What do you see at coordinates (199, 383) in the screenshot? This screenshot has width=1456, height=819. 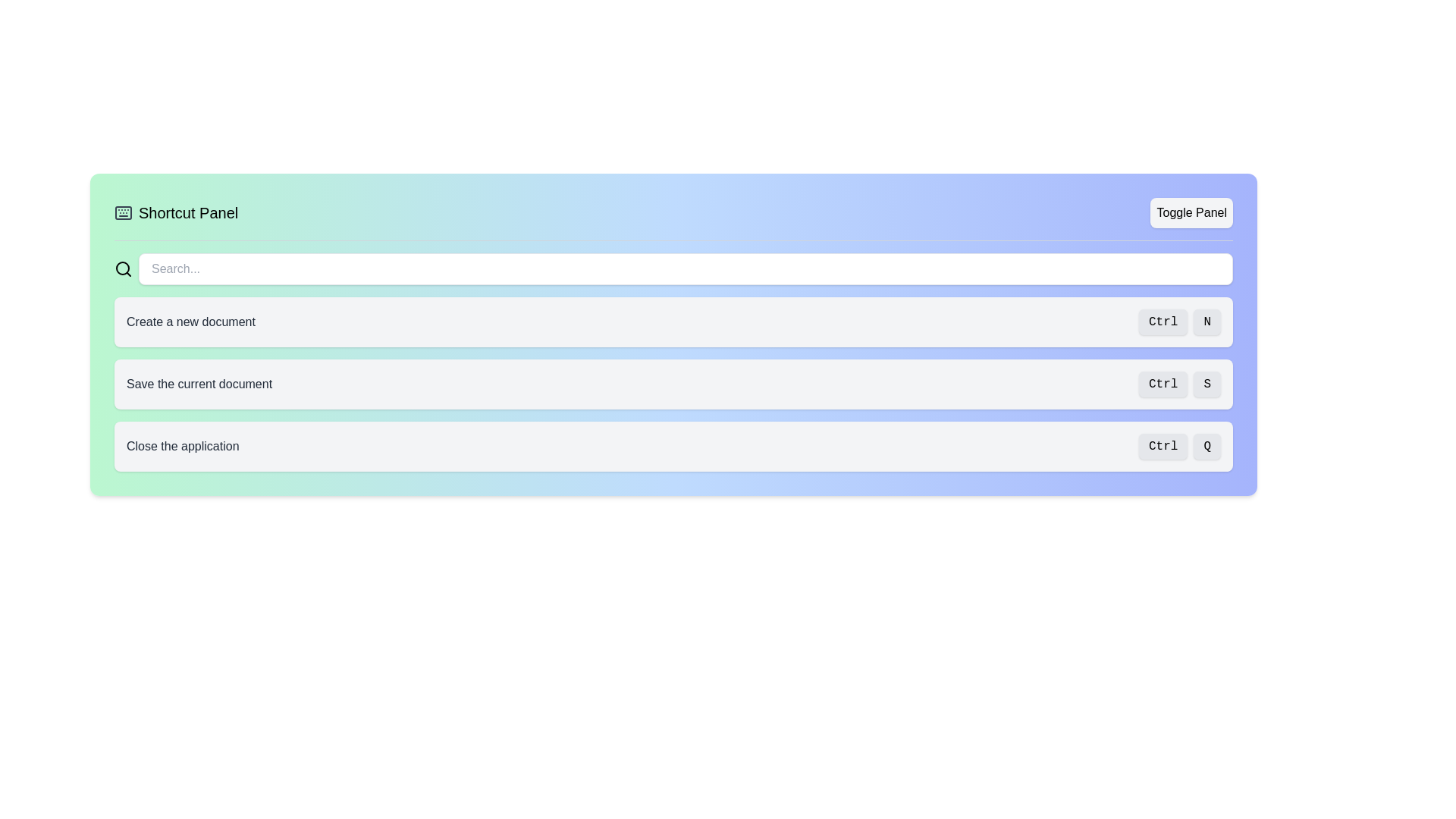 I see `the static text label that describes the functionality for saving the current document, positioned within the Shortcut Panel, aligned to the left and between the 'Create a new document' item and the hotkey shortcut display (Ctrl S)` at bounding box center [199, 383].